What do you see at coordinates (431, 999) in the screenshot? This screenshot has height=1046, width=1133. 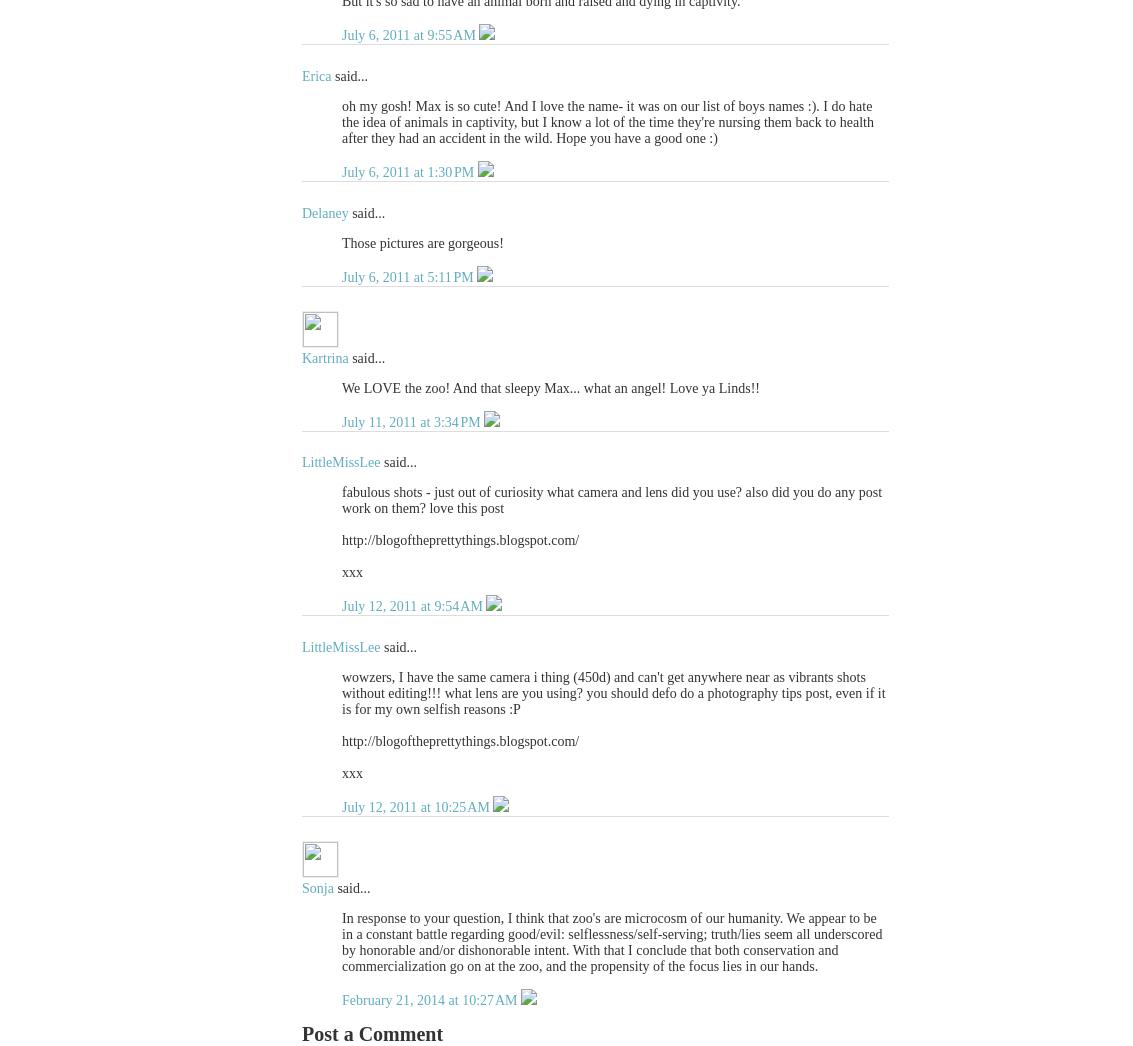 I see `'February 21, 2014 at 10:27 AM'` at bounding box center [431, 999].